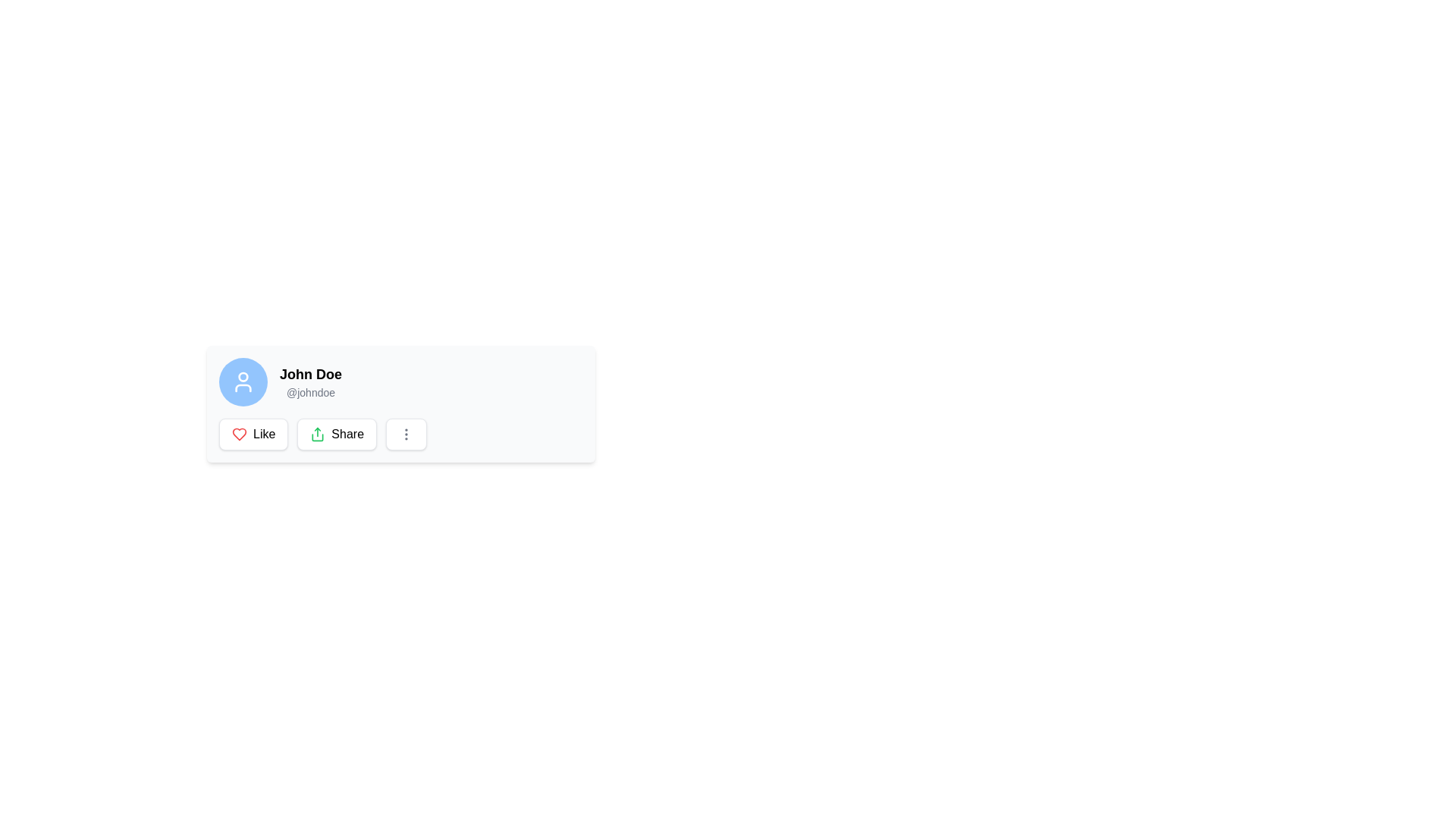 Image resolution: width=1456 pixels, height=819 pixels. I want to click on the 'share' action icon, which is a minimalist green arrow pointing upwards, located at the bottom center of the card layout, to the left of the 'Share' text, so click(317, 435).